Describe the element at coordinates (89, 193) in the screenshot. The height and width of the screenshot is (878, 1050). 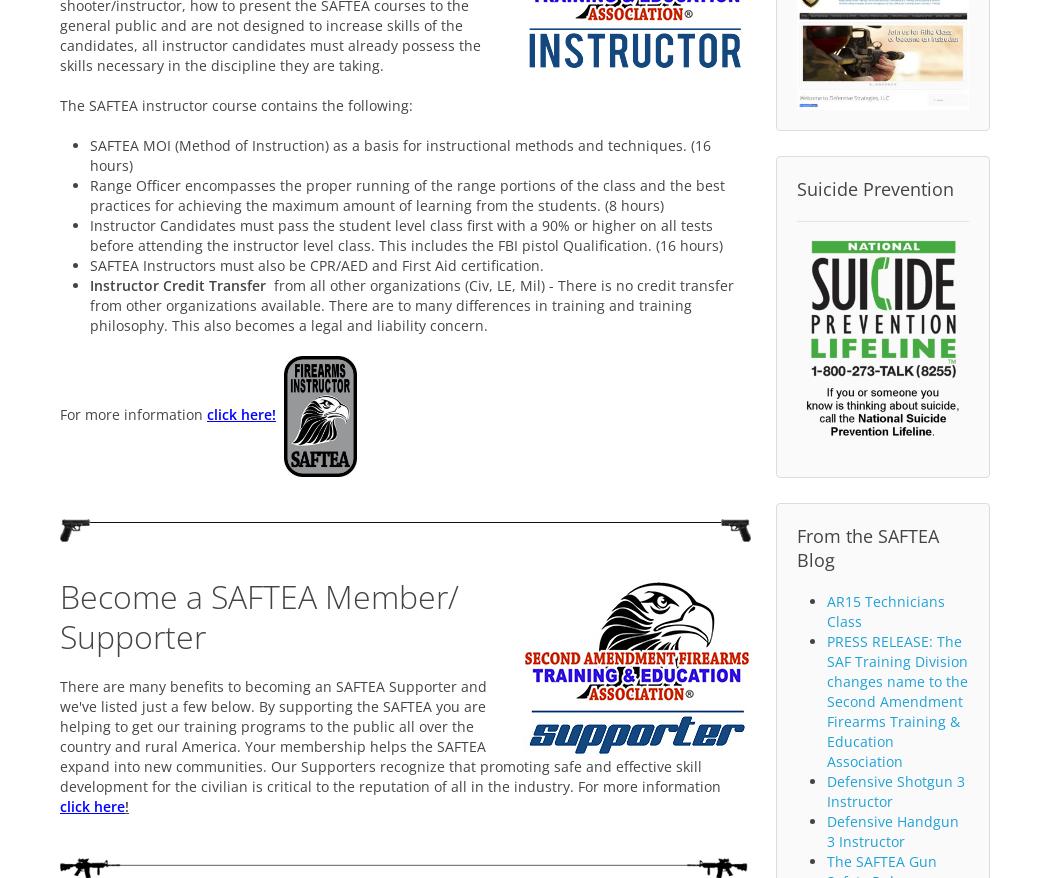
I see `'Range Officer encompasses the proper running of the range portions of the class and the best practices for achieving the maximum amount of learning from the students. (8 hours)'` at that location.